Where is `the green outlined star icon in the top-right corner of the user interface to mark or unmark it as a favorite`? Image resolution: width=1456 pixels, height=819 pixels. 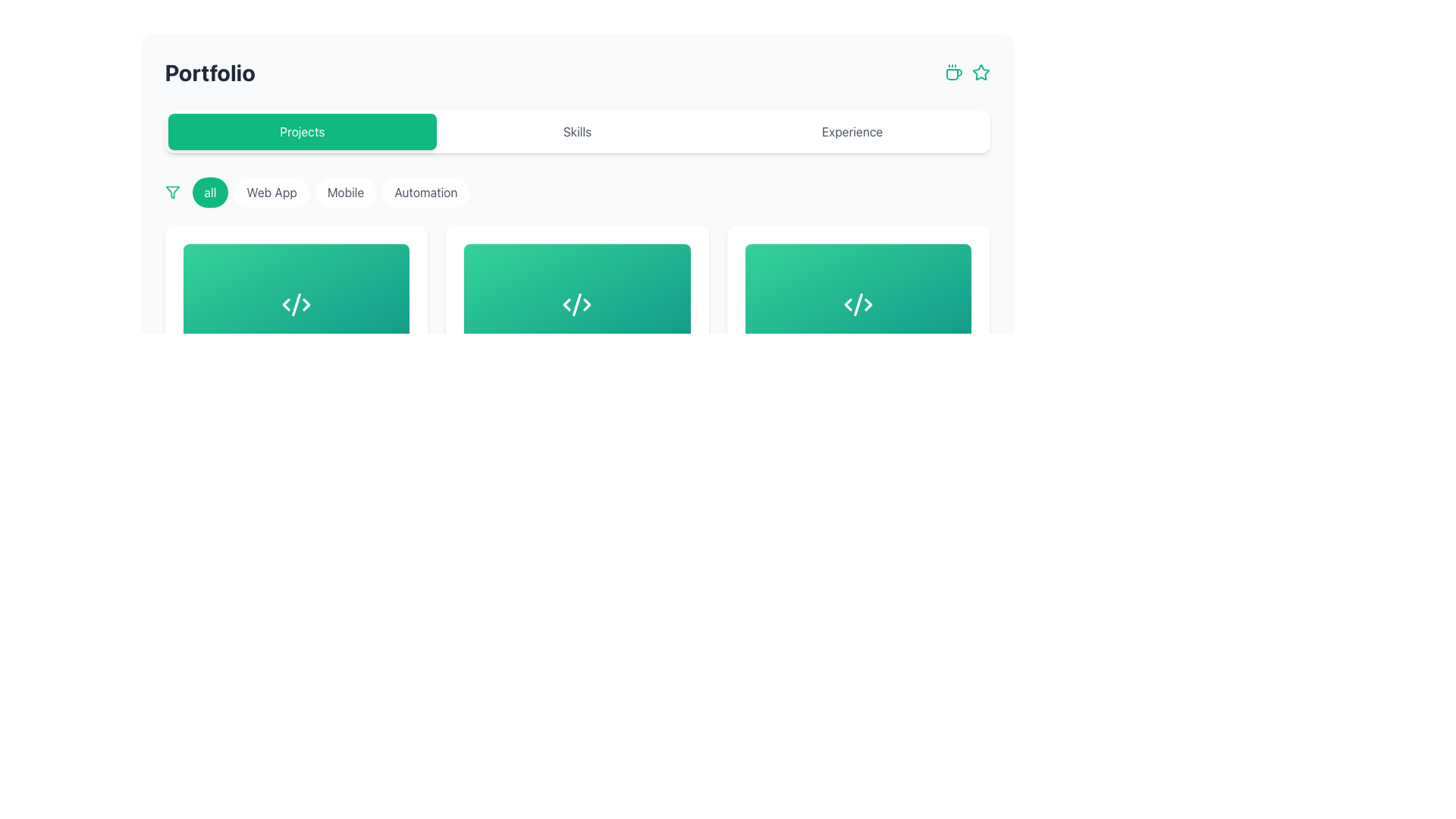
the green outlined star icon in the top-right corner of the user interface to mark or unmark it as a favorite is located at coordinates (981, 73).